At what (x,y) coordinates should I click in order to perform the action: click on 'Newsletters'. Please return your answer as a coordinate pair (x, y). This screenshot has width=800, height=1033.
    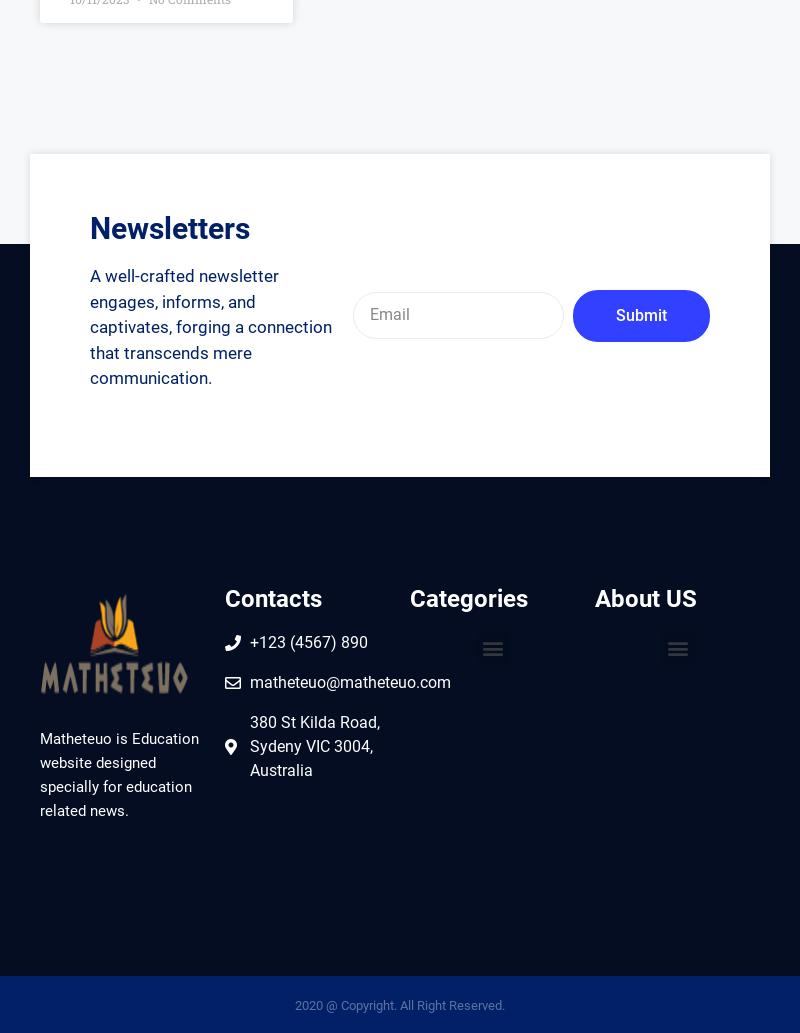
    Looking at the image, I should click on (169, 227).